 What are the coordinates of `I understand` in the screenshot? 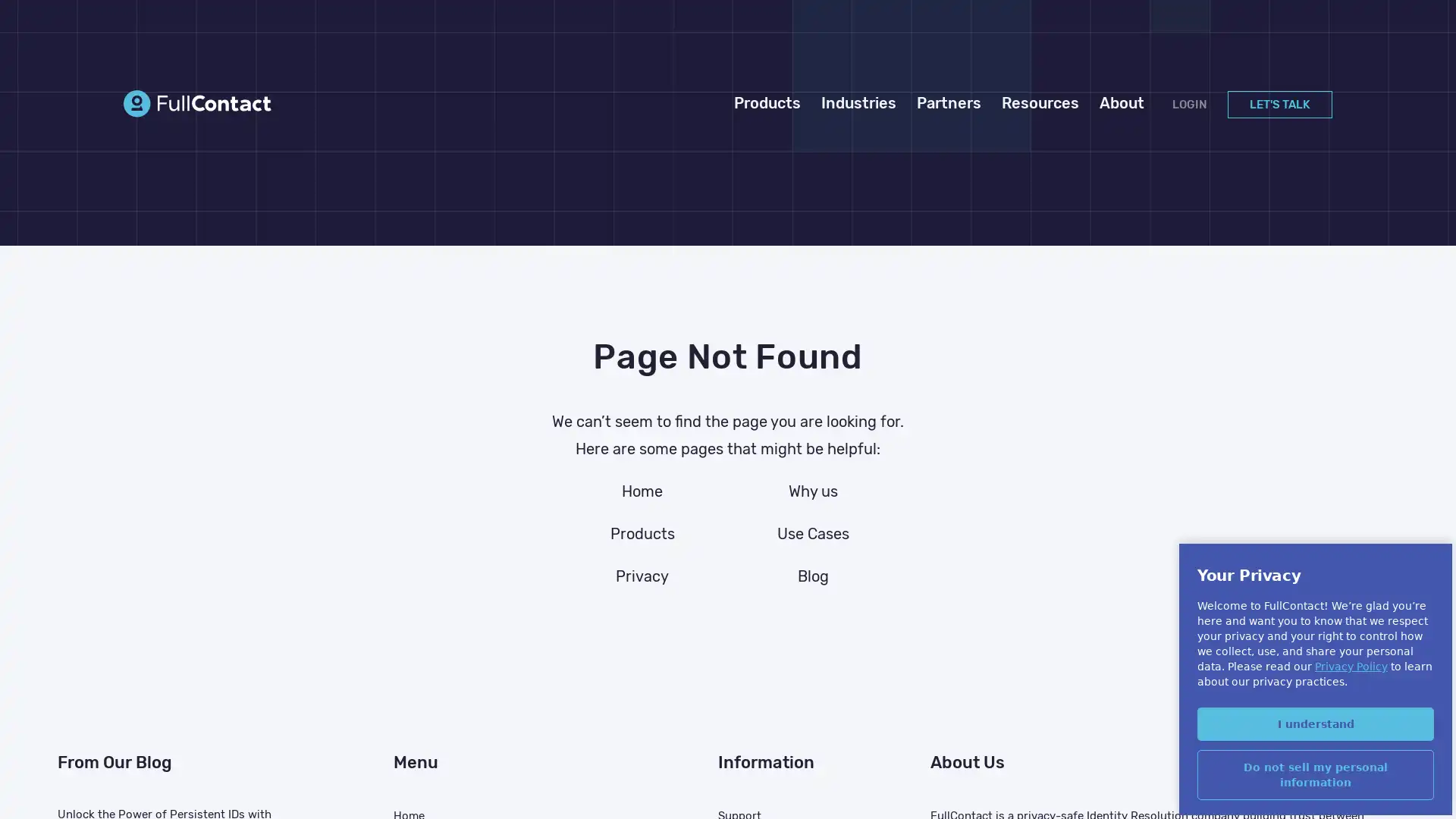 It's located at (1314, 722).